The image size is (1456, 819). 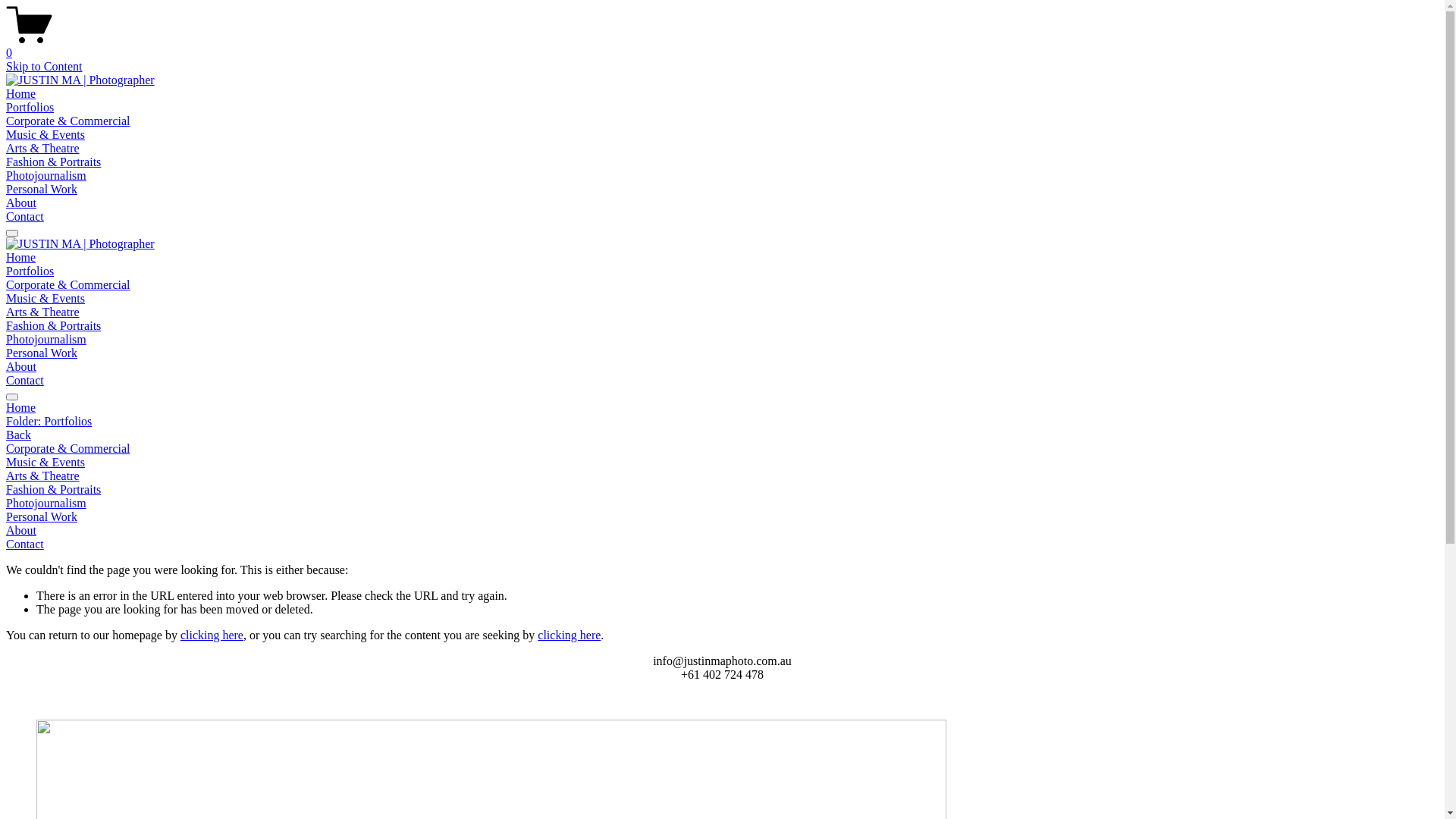 I want to click on 'Home', so click(x=20, y=93).